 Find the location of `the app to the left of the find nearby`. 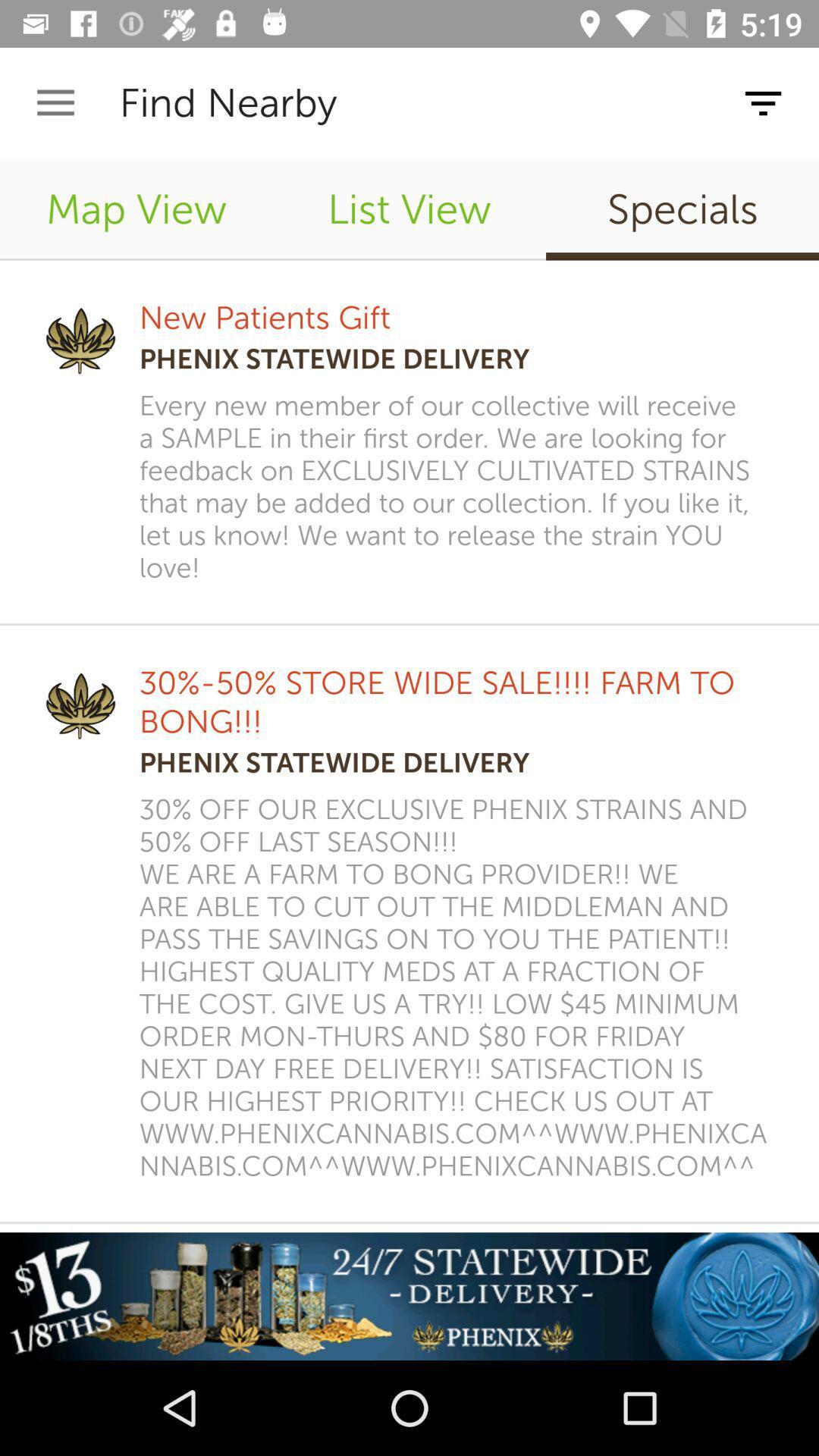

the app to the left of the find nearby is located at coordinates (55, 102).